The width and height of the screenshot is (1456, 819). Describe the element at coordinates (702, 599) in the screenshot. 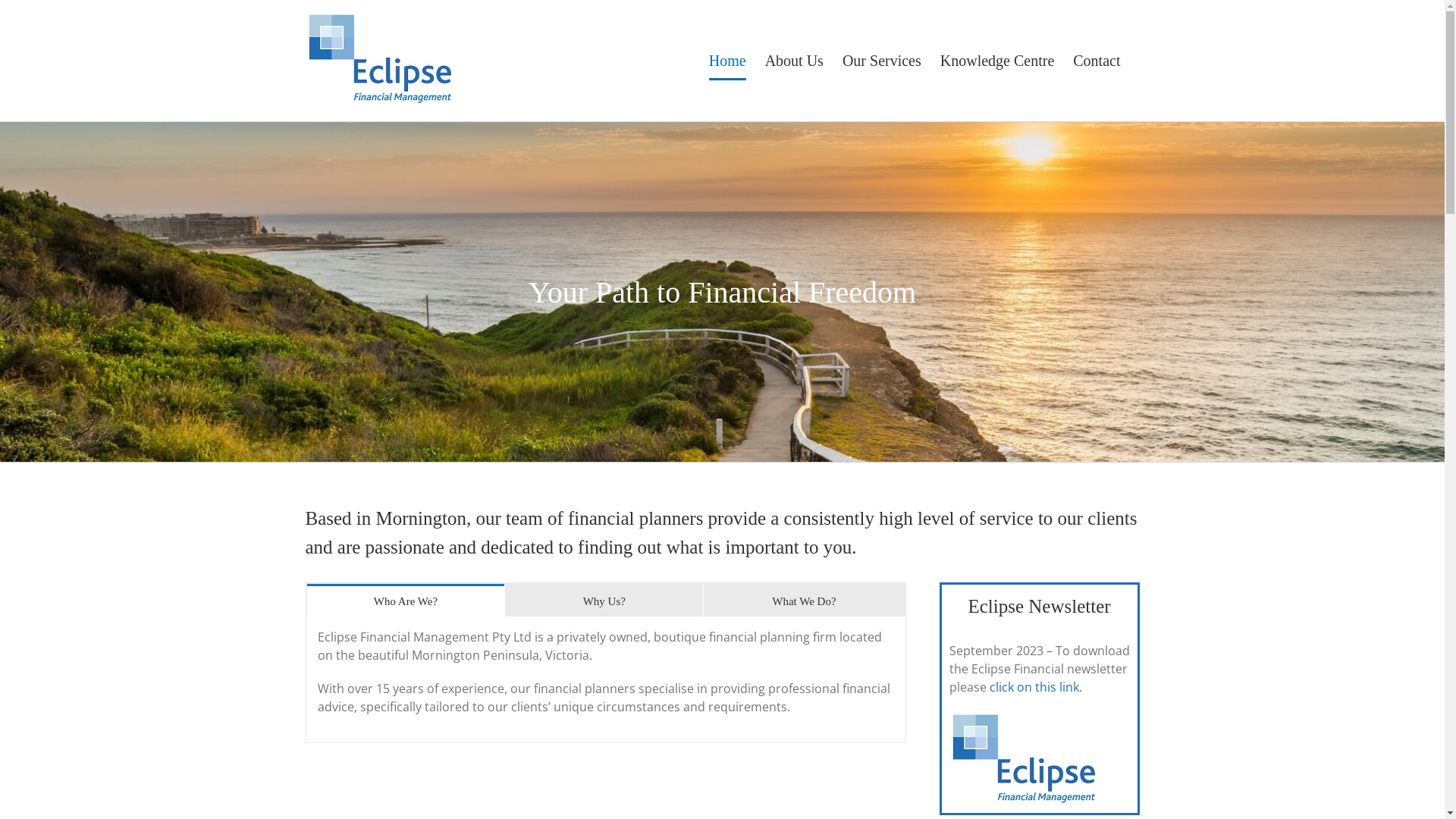

I see `'What We Do?'` at that location.